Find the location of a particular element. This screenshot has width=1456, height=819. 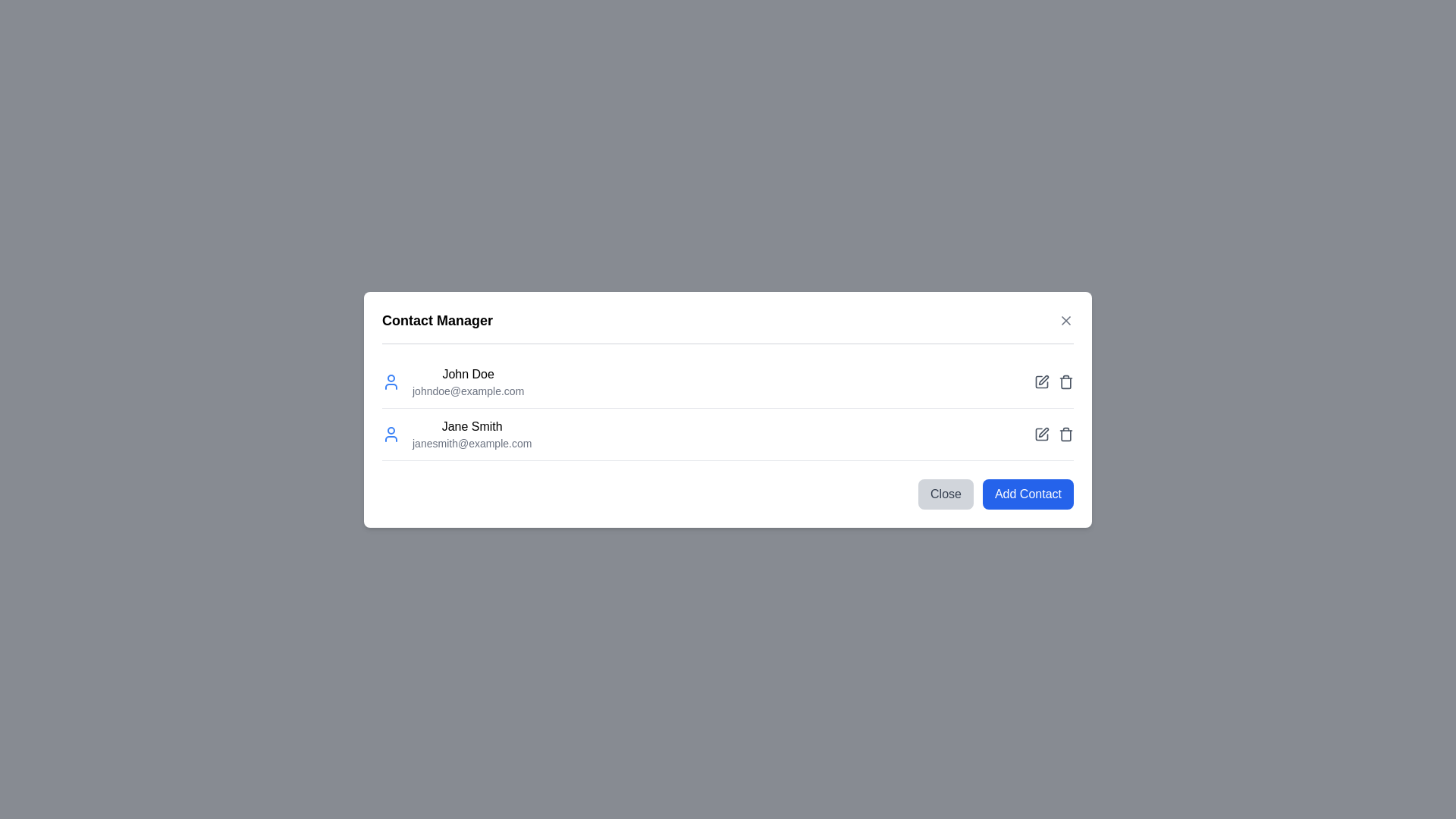

the edit icon button located towards the right side of the second row in the contact list is located at coordinates (1043, 432).